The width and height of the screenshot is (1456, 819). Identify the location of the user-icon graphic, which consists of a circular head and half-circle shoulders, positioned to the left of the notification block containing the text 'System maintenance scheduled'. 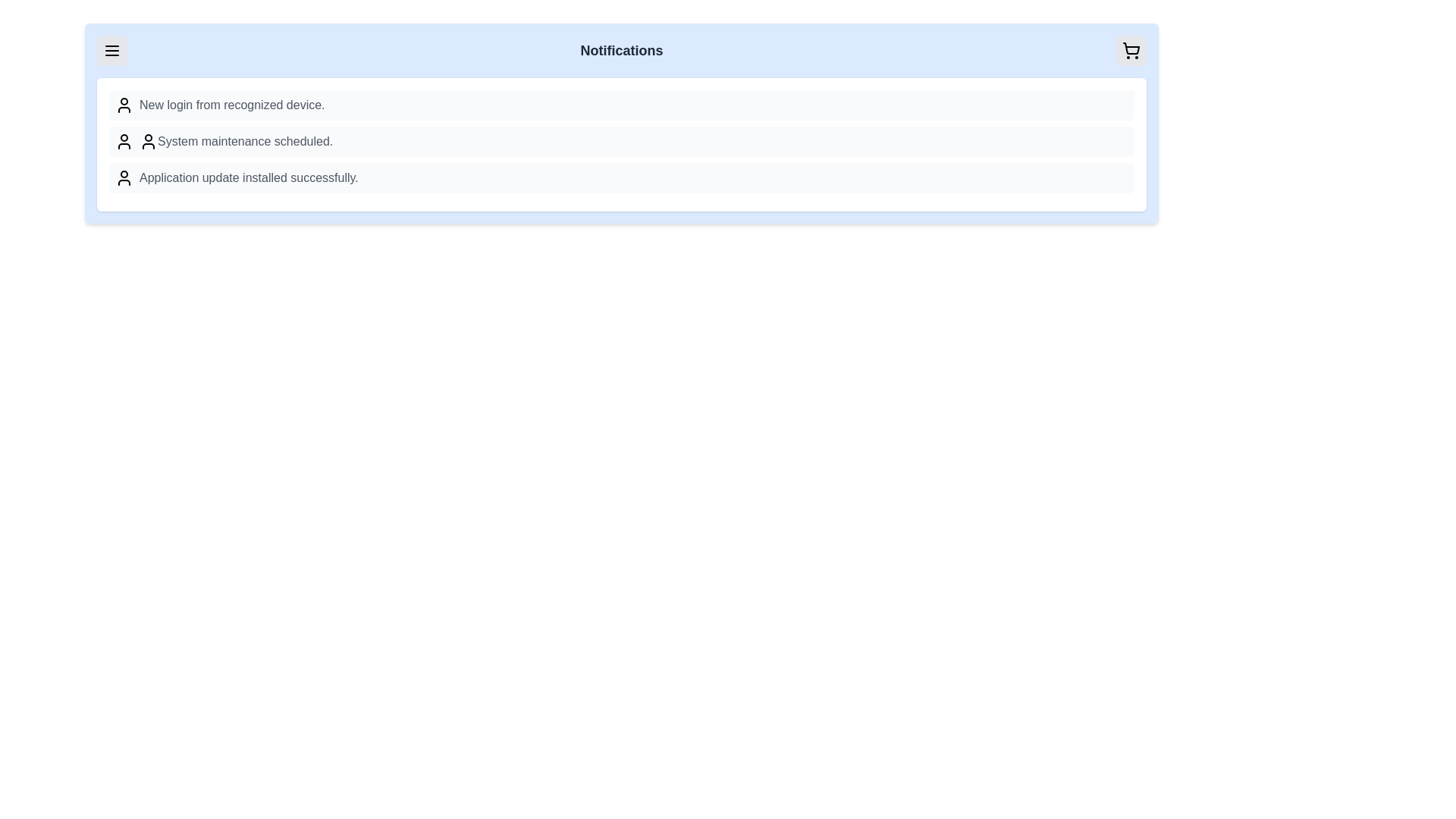
(124, 141).